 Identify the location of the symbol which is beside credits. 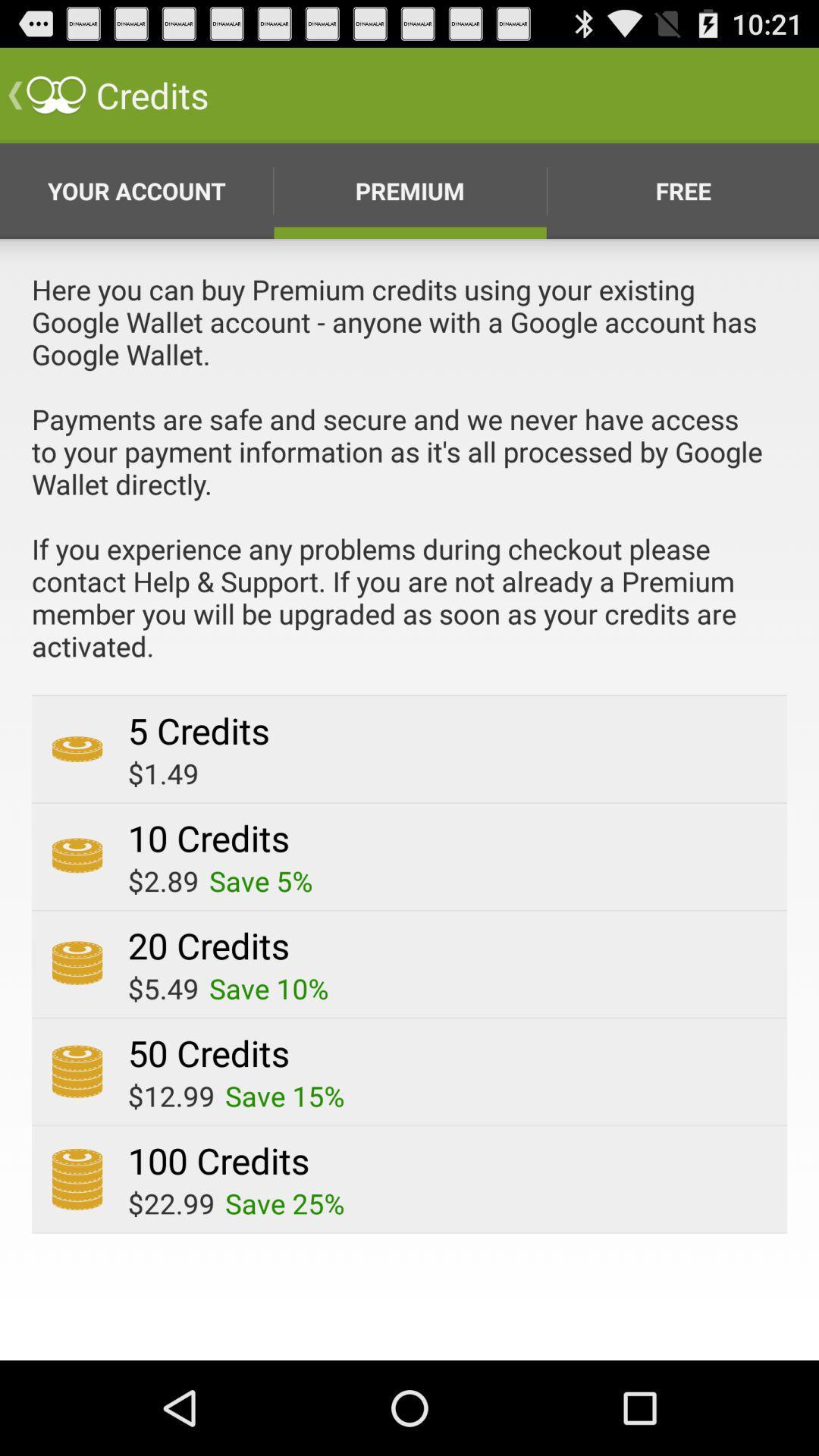
(55, 94).